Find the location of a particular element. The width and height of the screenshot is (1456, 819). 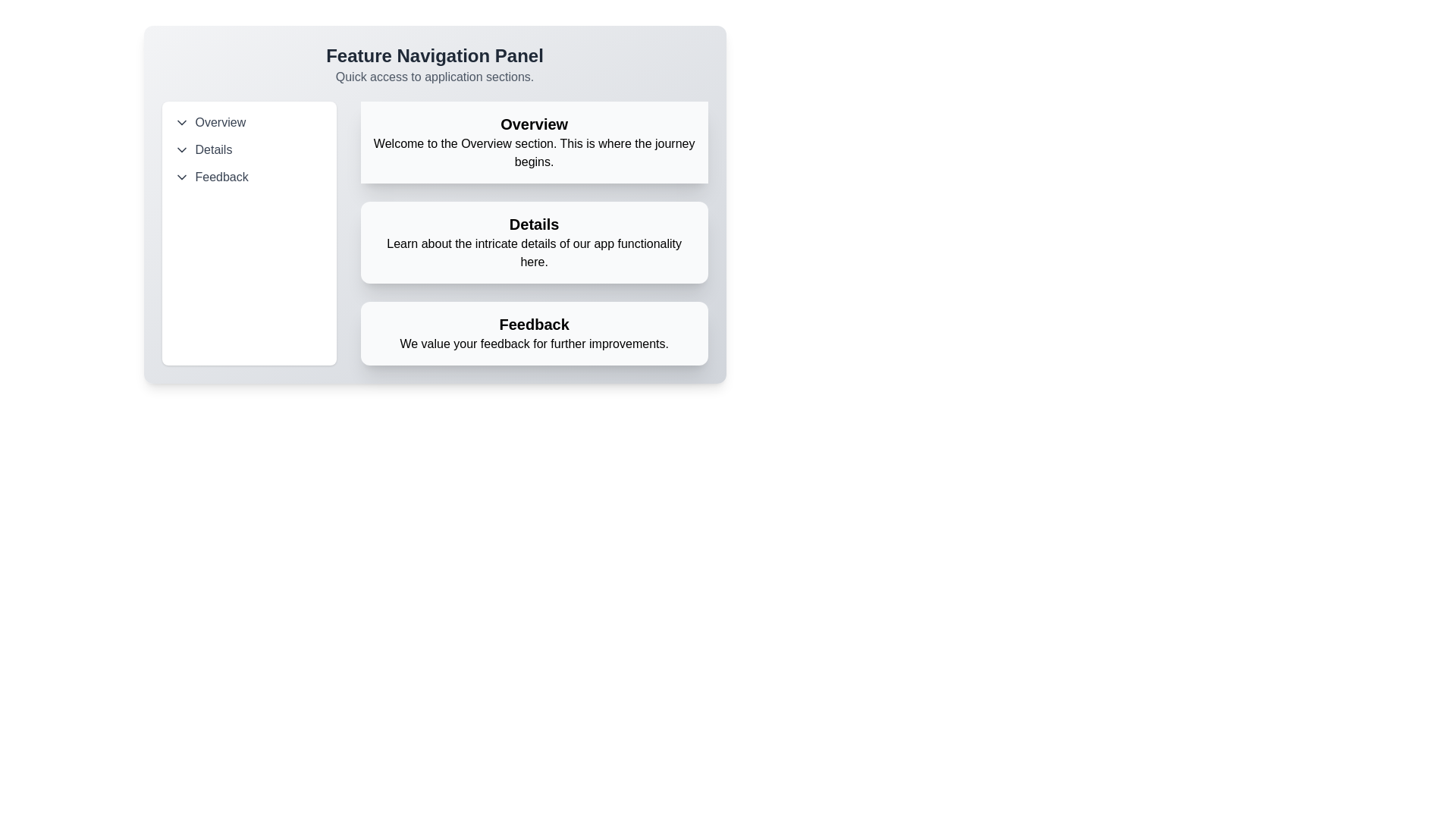

the label displaying 'Welcome to the Overview section. This is where the journey begins.' which is located beneath the 'Overview' heading in the rectangular card is located at coordinates (534, 152).